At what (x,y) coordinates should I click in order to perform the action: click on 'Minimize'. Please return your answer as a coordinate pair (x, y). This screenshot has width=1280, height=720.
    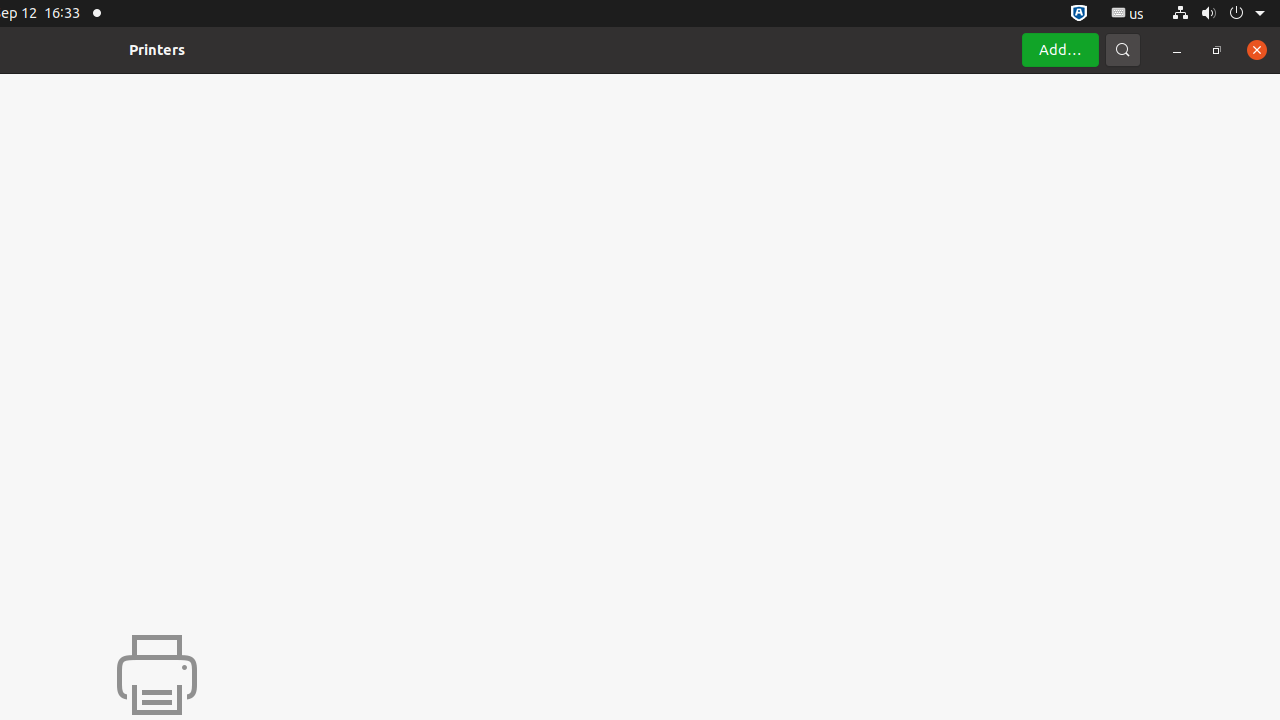
    Looking at the image, I should click on (1176, 48).